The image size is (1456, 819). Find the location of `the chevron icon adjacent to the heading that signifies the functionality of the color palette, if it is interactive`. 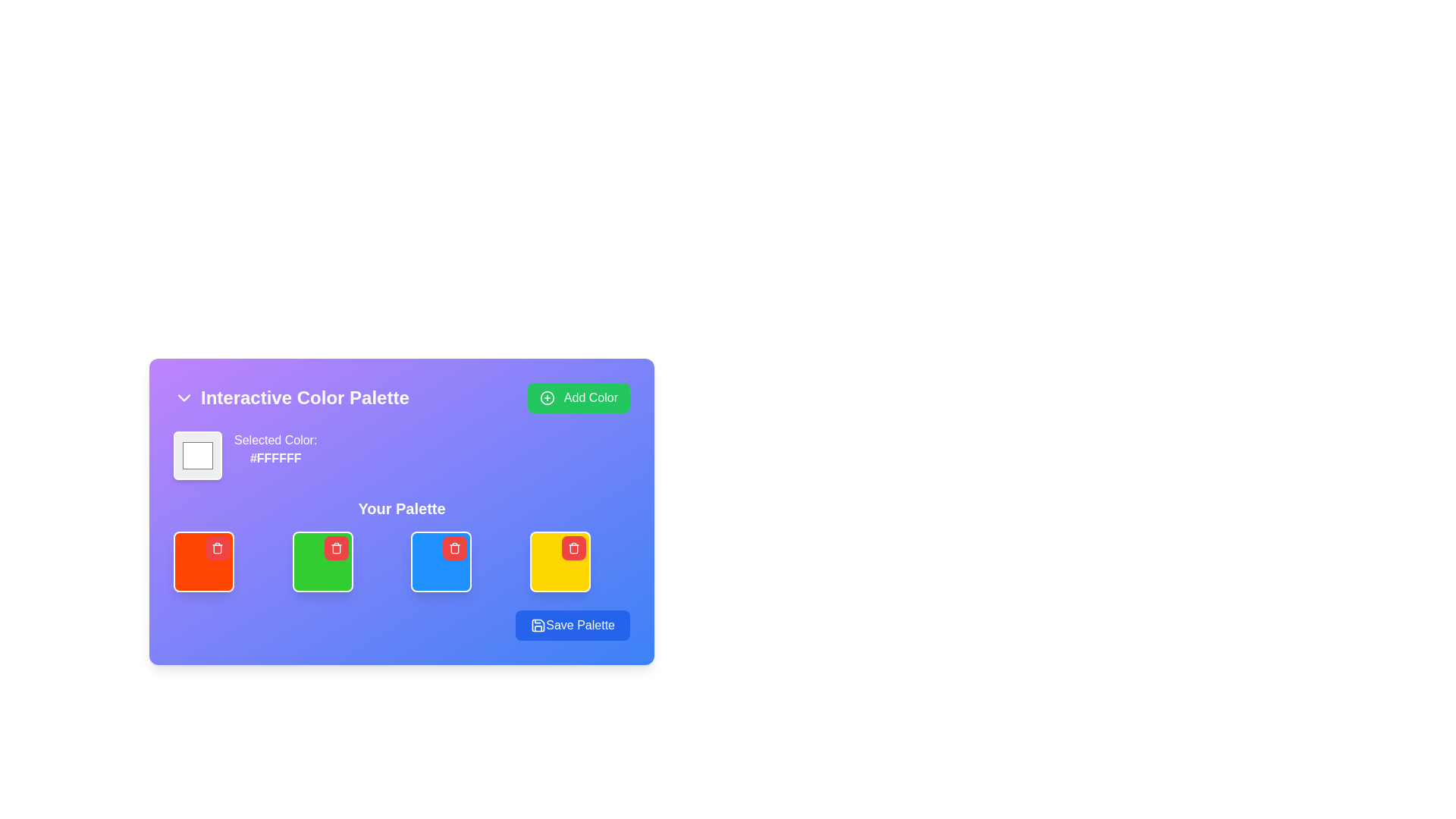

the chevron icon adjacent to the heading that signifies the functionality of the color palette, if it is interactive is located at coordinates (291, 397).